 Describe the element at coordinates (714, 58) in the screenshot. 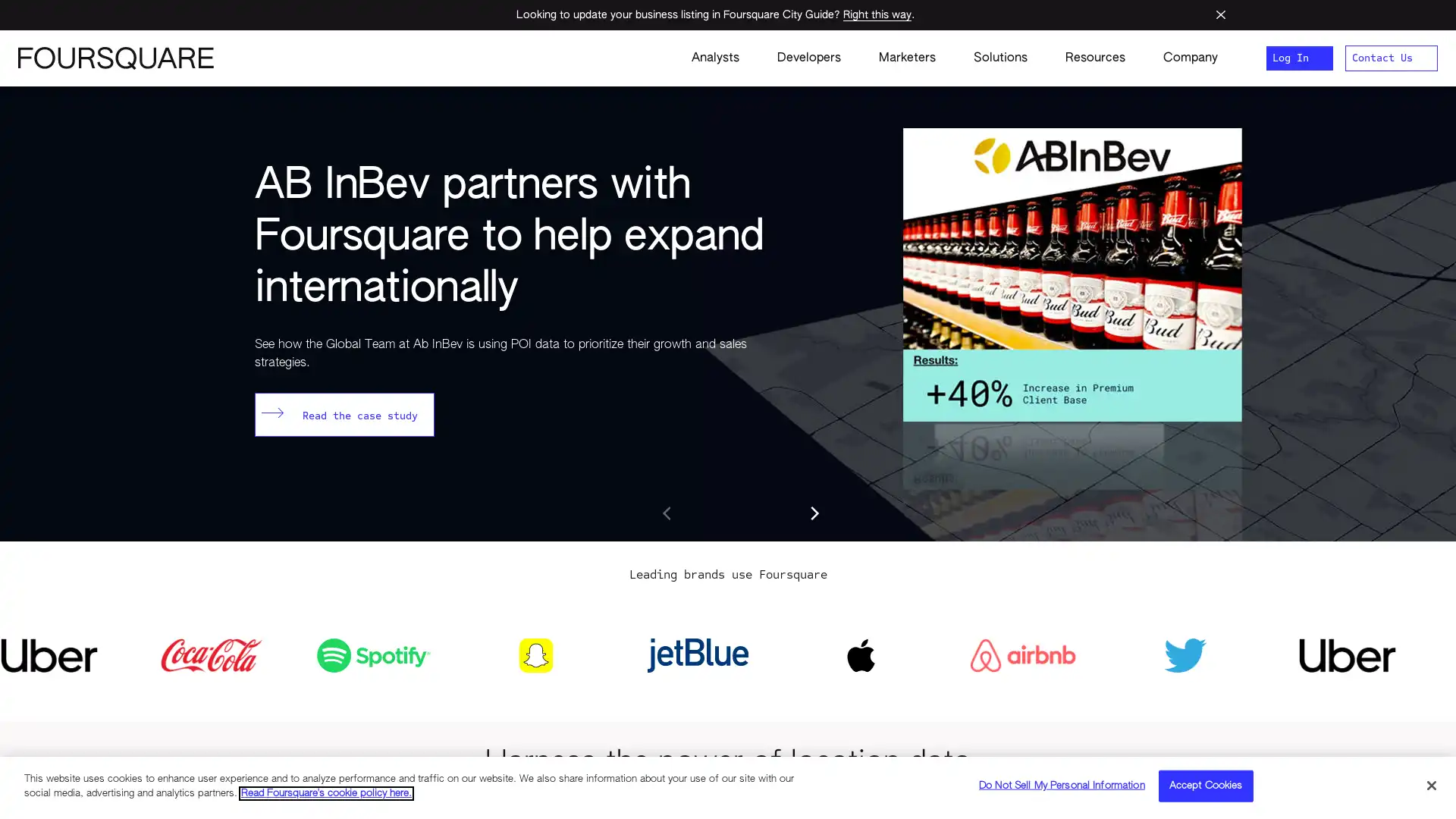

I see `Analysts` at that location.